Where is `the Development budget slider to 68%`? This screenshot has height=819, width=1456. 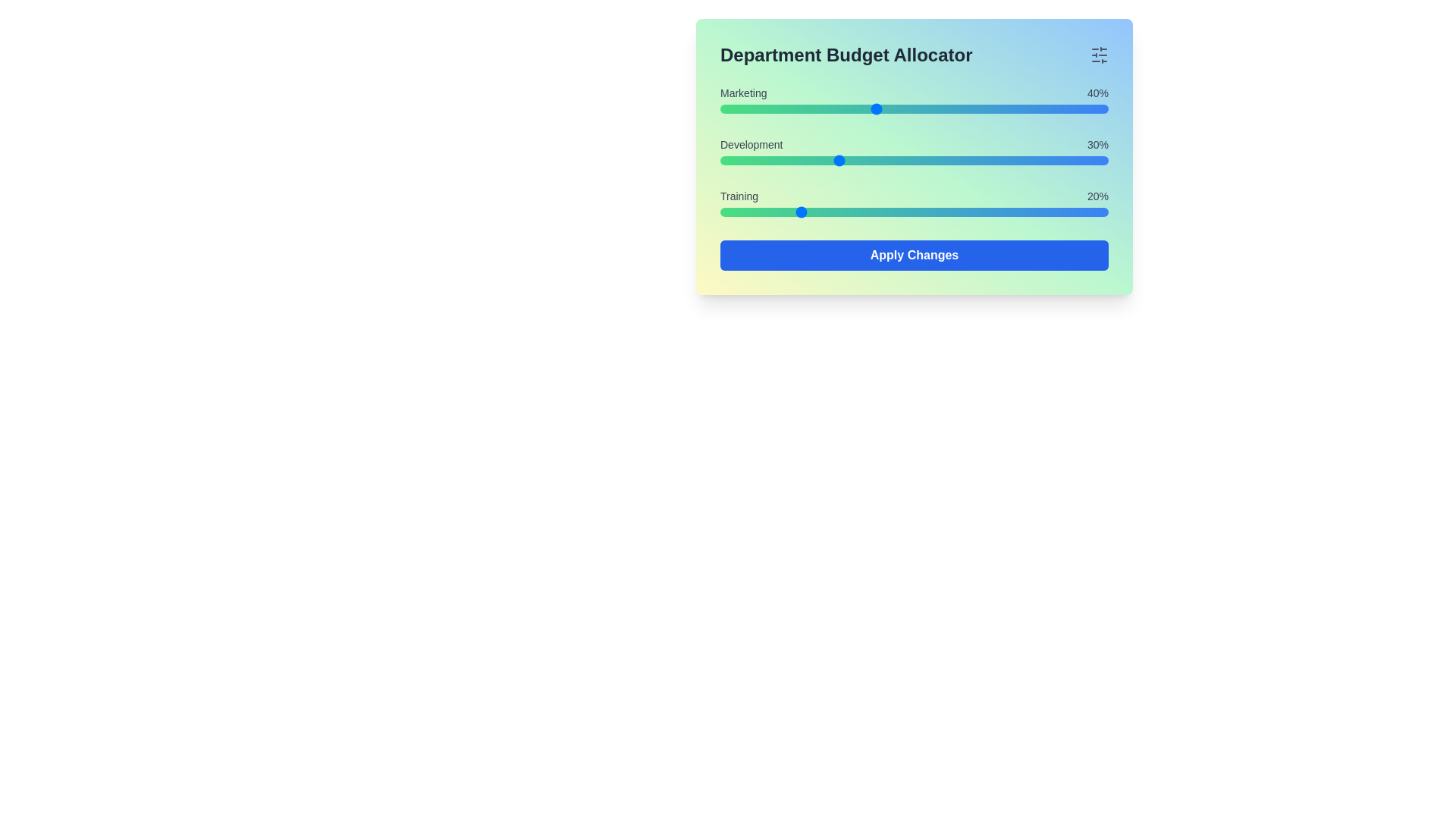
the Development budget slider to 68% is located at coordinates (984, 161).